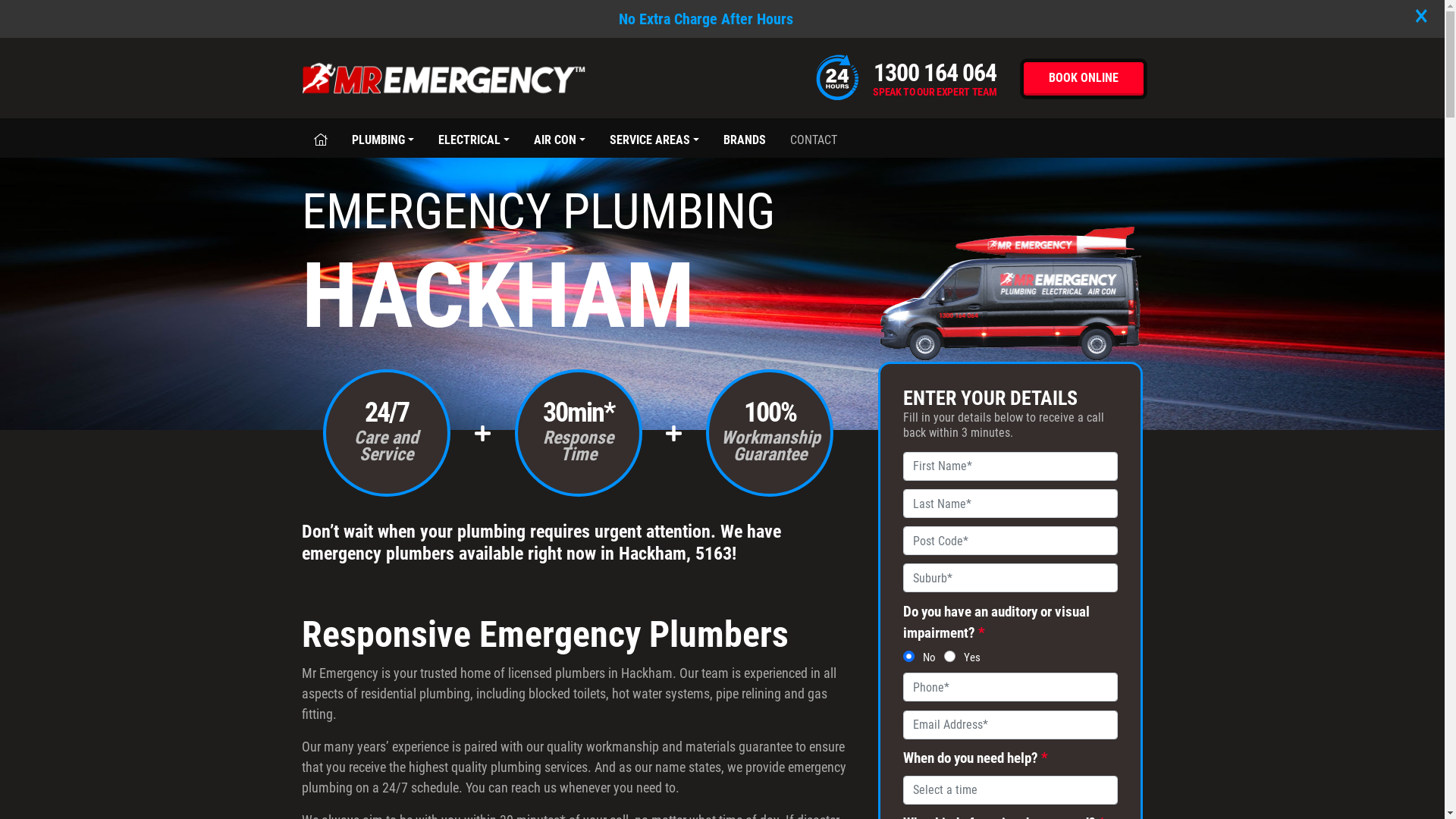 The height and width of the screenshot is (819, 1456). Describe the element at coordinates (813, 138) in the screenshot. I see `'CONTACT'` at that location.